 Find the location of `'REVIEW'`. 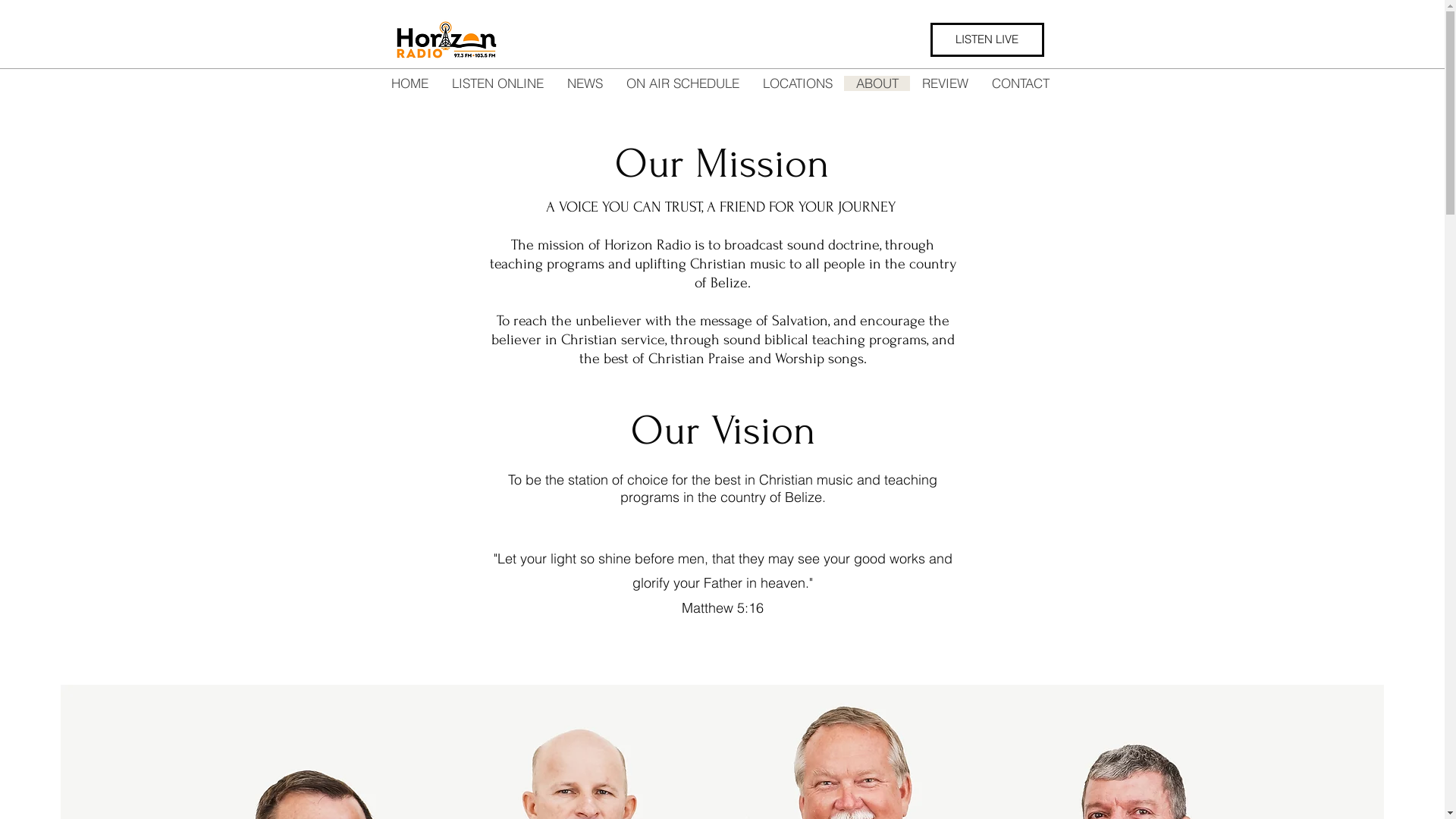

'REVIEW' is located at coordinates (944, 83).